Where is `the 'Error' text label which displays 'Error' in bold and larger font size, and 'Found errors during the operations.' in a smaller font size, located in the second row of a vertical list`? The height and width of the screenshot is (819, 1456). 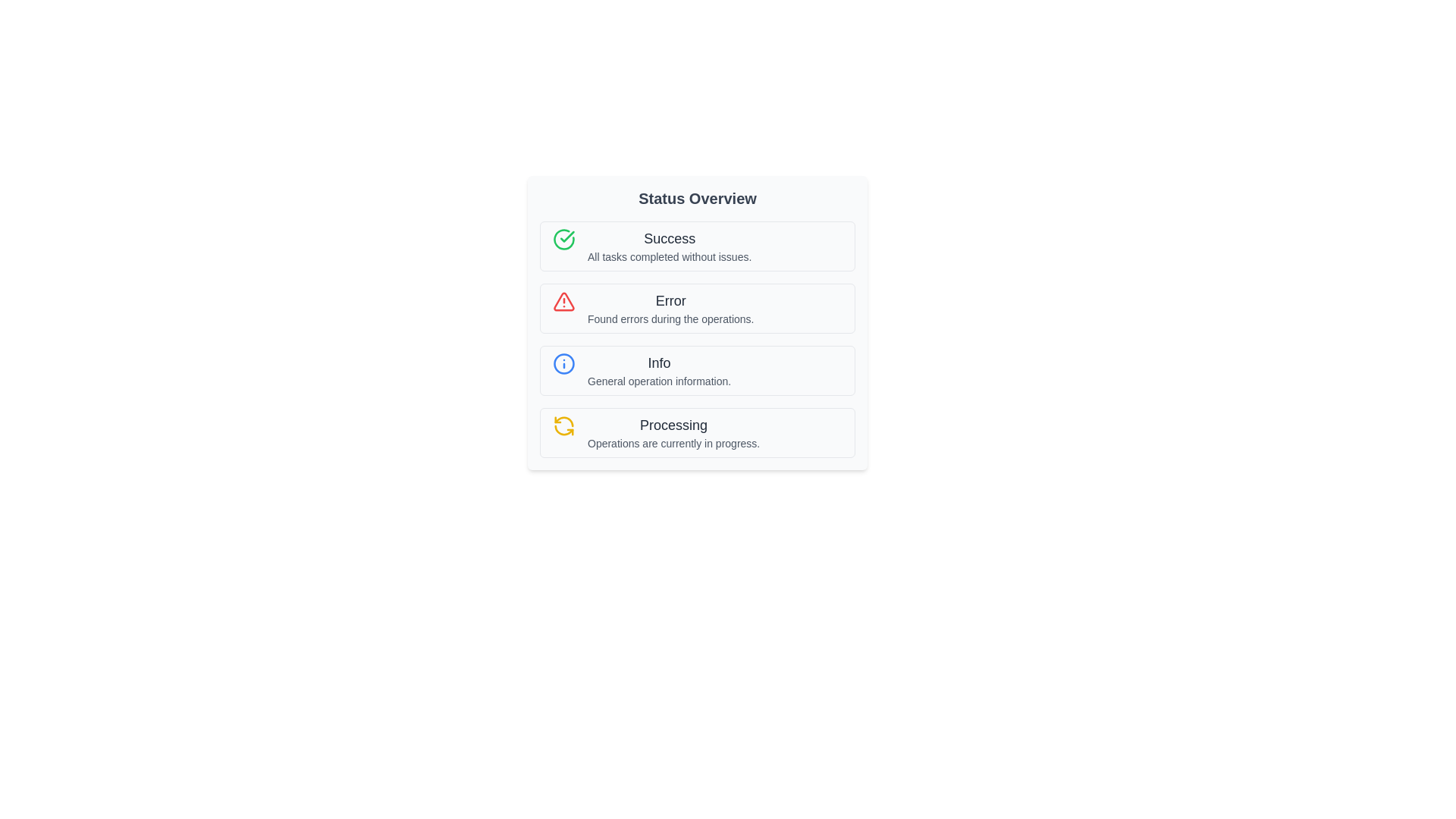 the 'Error' text label which displays 'Error' in bold and larger font size, and 'Found errors during the operations.' in a smaller font size, located in the second row of a vertical list is located at coordinates (670, 308).